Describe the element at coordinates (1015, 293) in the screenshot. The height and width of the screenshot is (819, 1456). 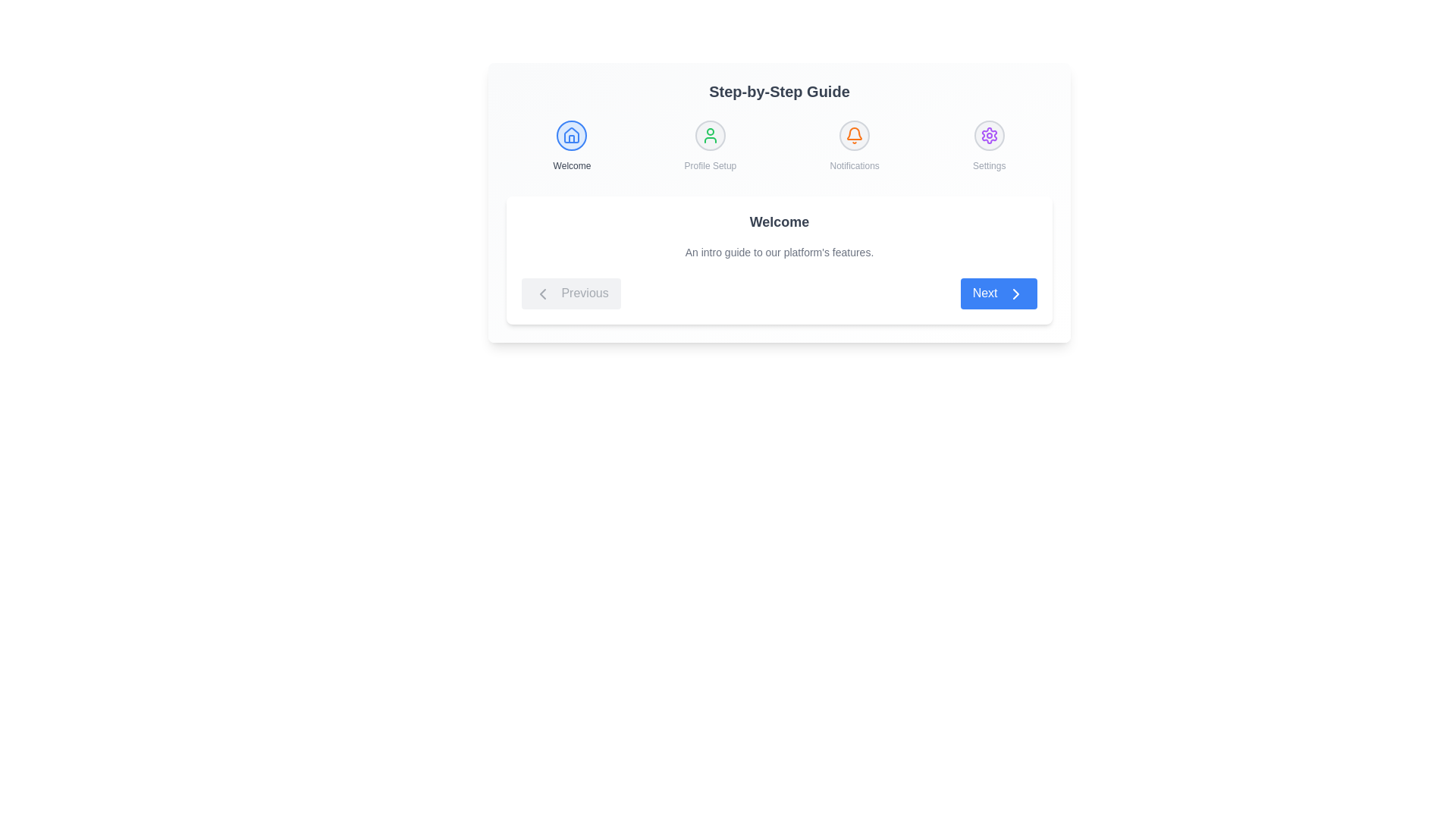
I see `the chevron icon located to the right of the 'Next' button, which serves as a visual cue for proceeding to the next step in the guide` at that location.